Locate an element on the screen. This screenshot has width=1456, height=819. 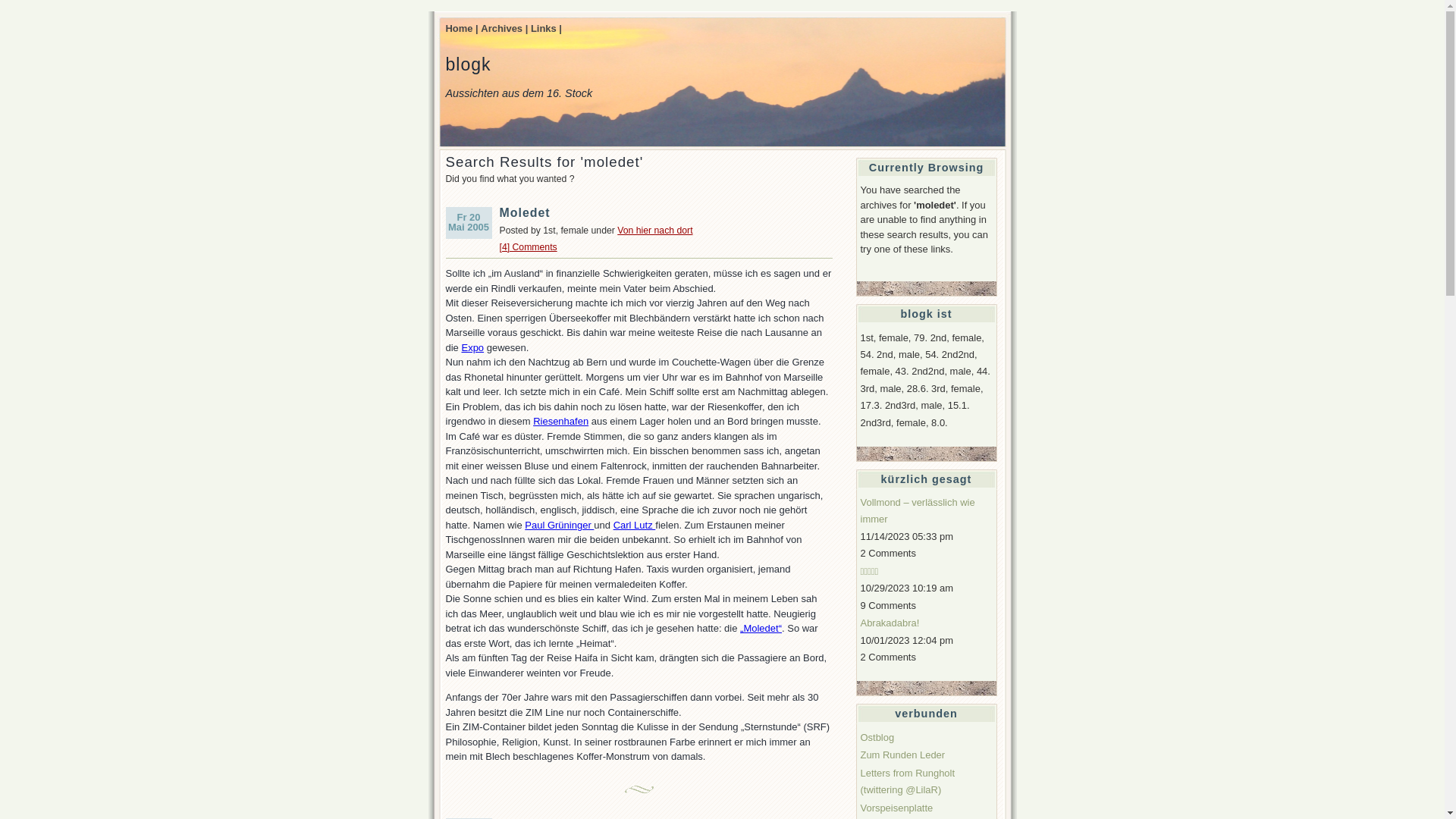
'[4] Comments' is located at coordinates (528, 246).